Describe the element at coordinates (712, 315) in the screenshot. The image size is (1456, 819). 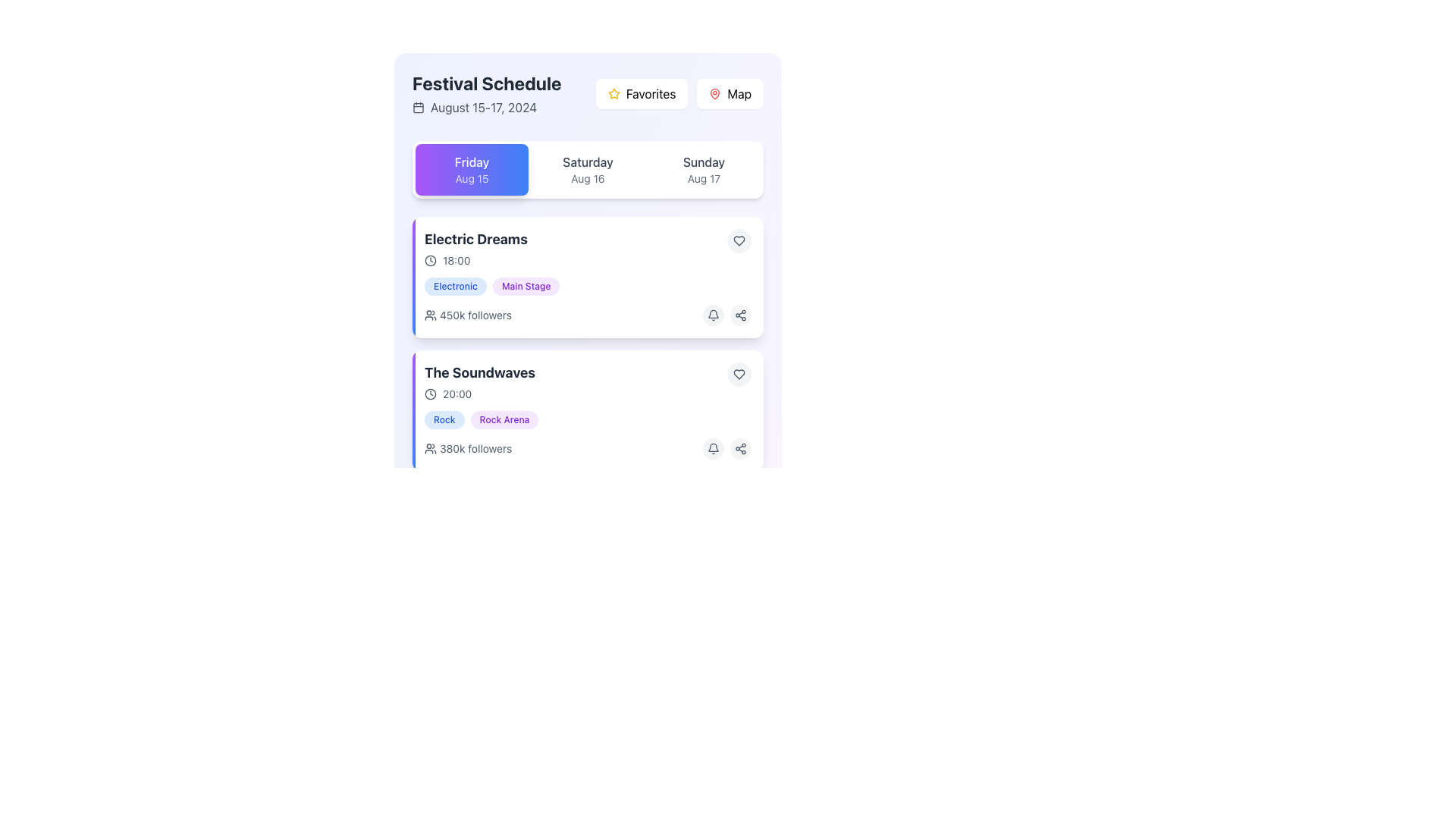
I see `the SVG bell icon with the class 'lucide lucide-bell' located at the bottom right corner of the second list item labeled 'The Soundwaves'` at that location.